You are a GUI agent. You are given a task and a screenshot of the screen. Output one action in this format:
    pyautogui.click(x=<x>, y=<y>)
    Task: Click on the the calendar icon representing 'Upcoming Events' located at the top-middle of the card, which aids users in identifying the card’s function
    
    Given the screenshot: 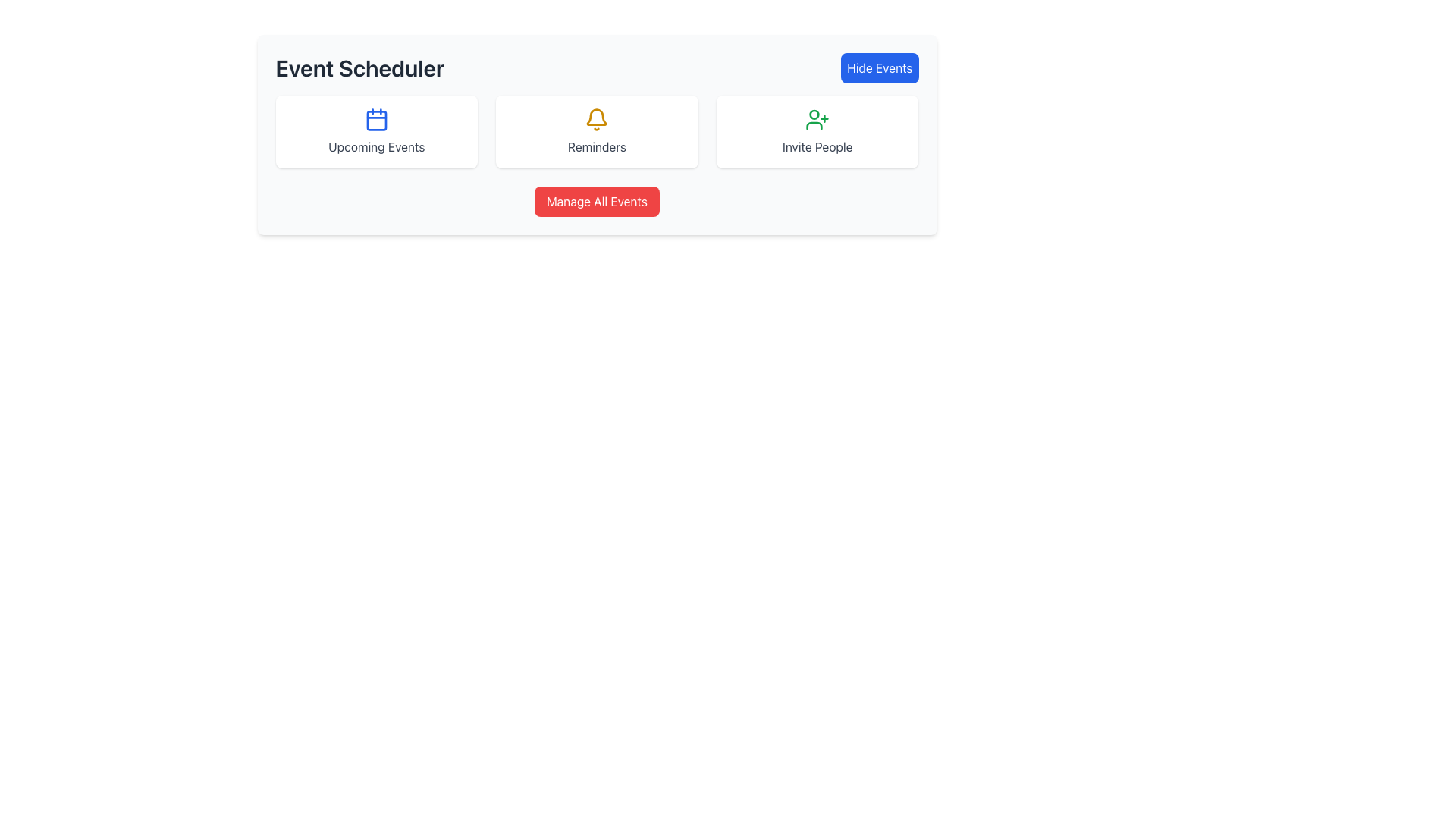 What is the action you would take?
    pyautogui.click(x=376, y=119)
    